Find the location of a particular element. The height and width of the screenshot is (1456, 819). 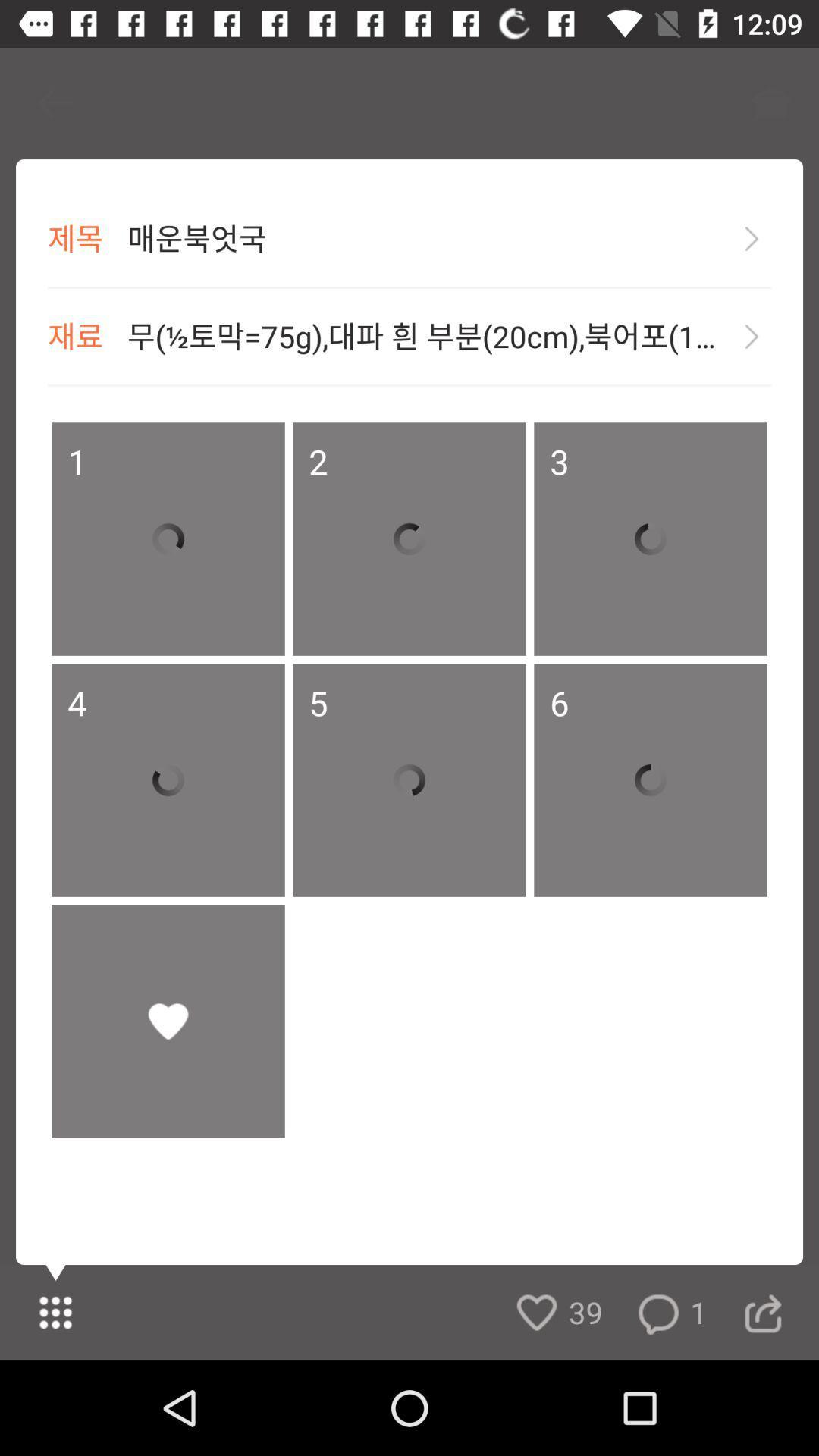

the dialpad icon is located at coordinates (55, 1312).